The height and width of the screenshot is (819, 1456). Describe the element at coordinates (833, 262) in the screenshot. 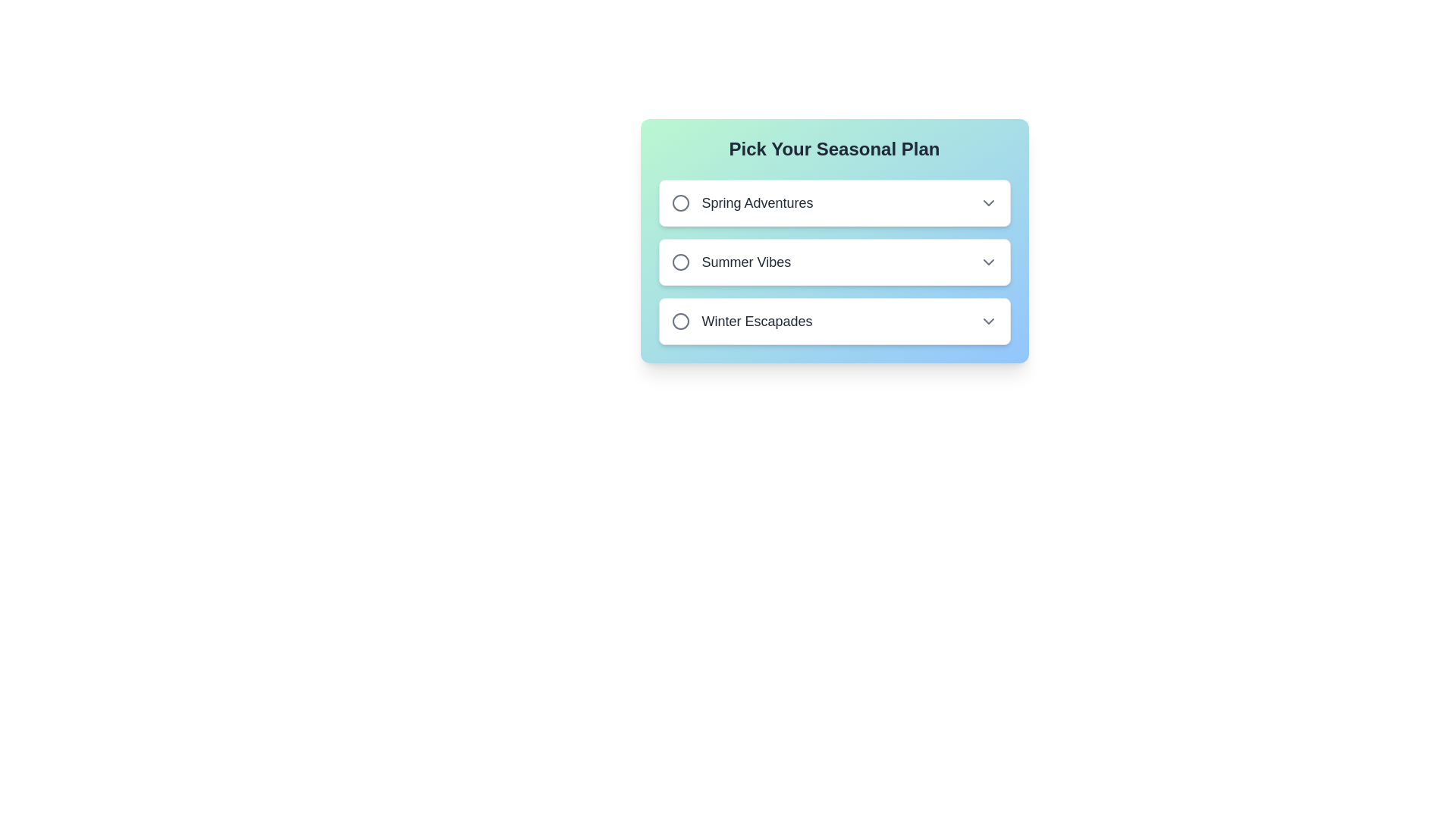

I see `the radio button associated with the 'Summer Vibes' option in the interactive list item` at that location.